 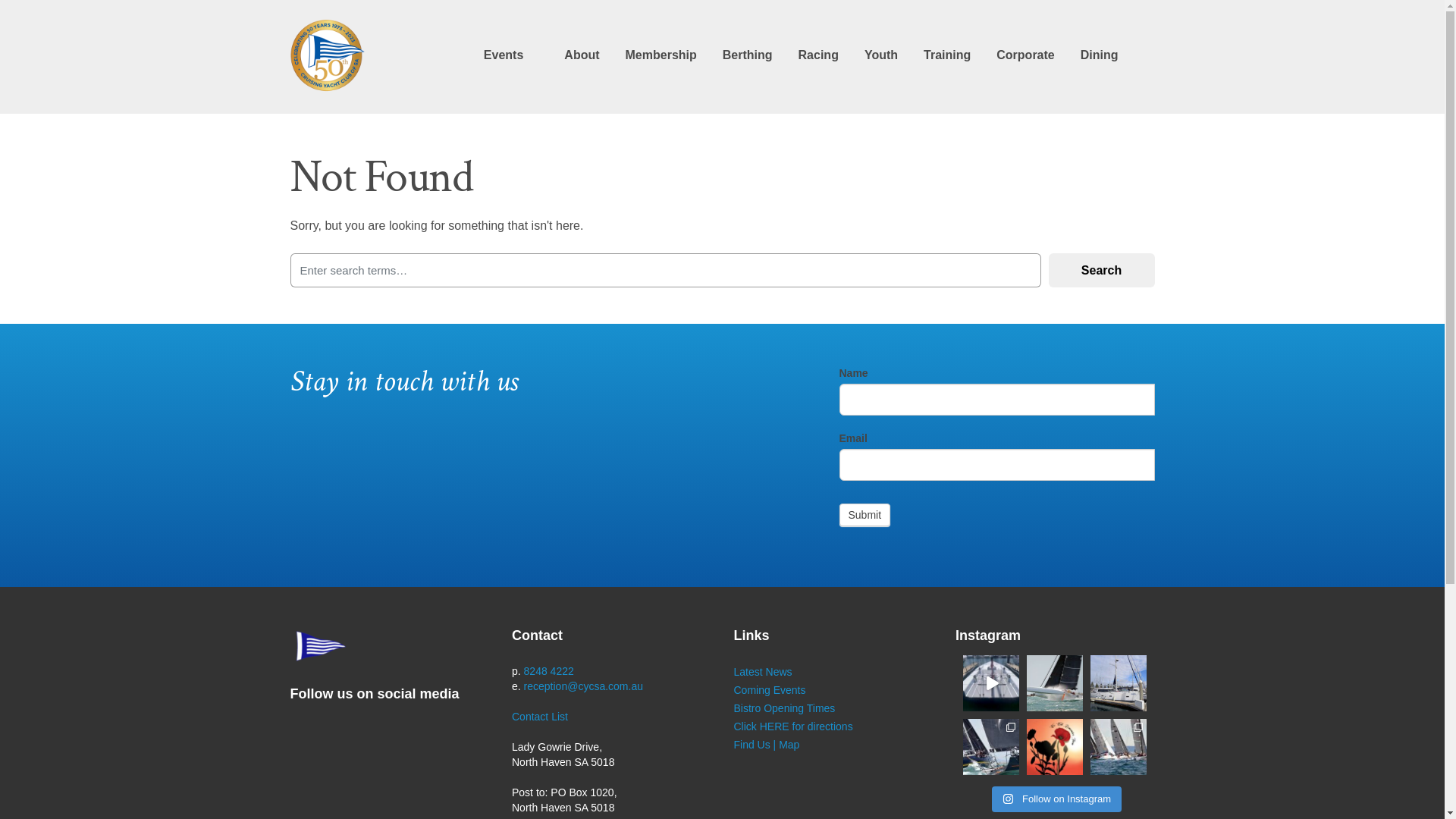 I want to click on 'Dining', so click(x=1099, y=55).